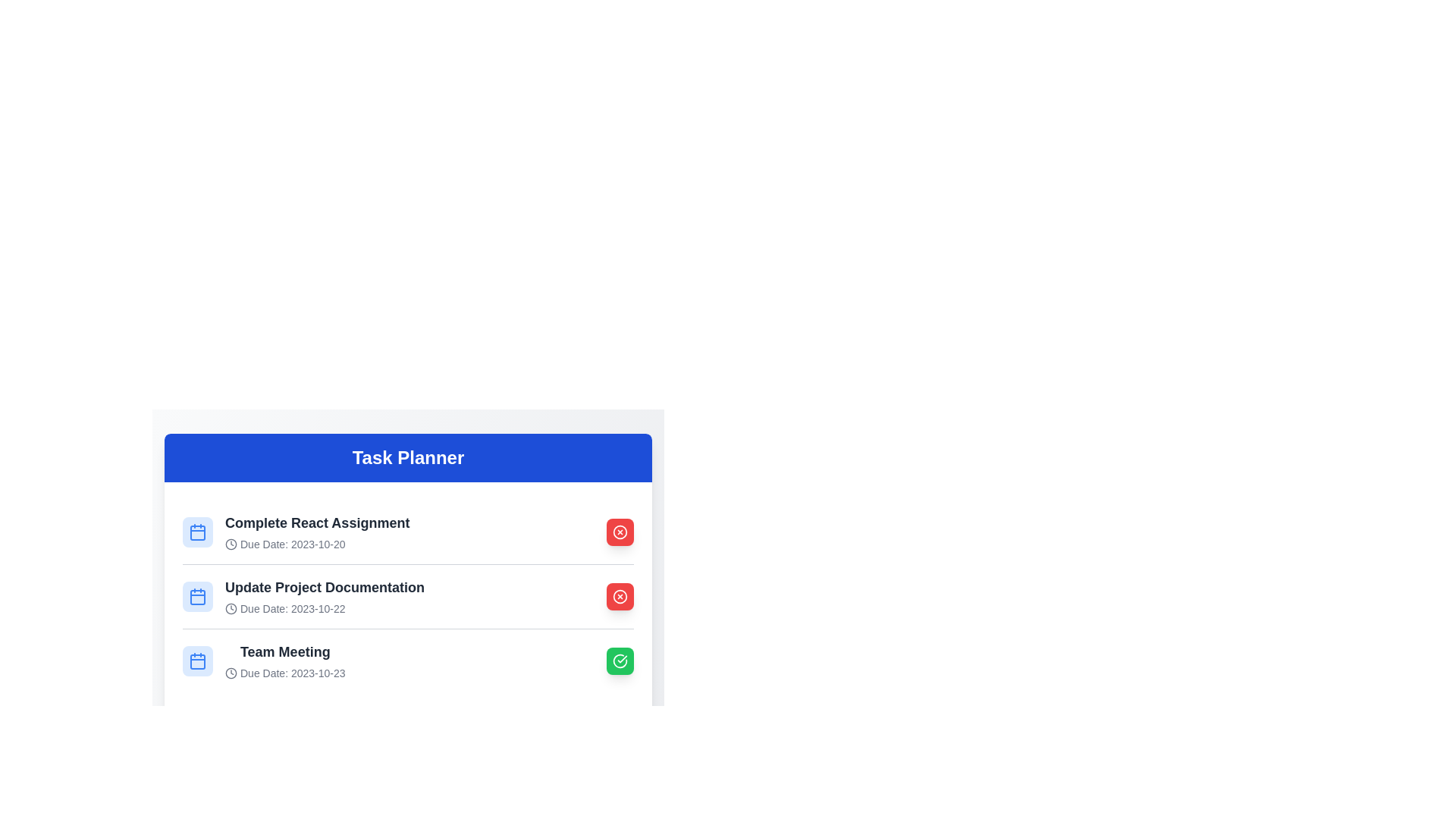 The image size is (1456, 819). Describe the element at coordinates (316, 532) in the screenshot. I see `the text display element that provides an overview of a task, including its title and due date, located in the first row of the task list under the 'Task Planner' section, to the right of a blue square calendar icon` at that location.